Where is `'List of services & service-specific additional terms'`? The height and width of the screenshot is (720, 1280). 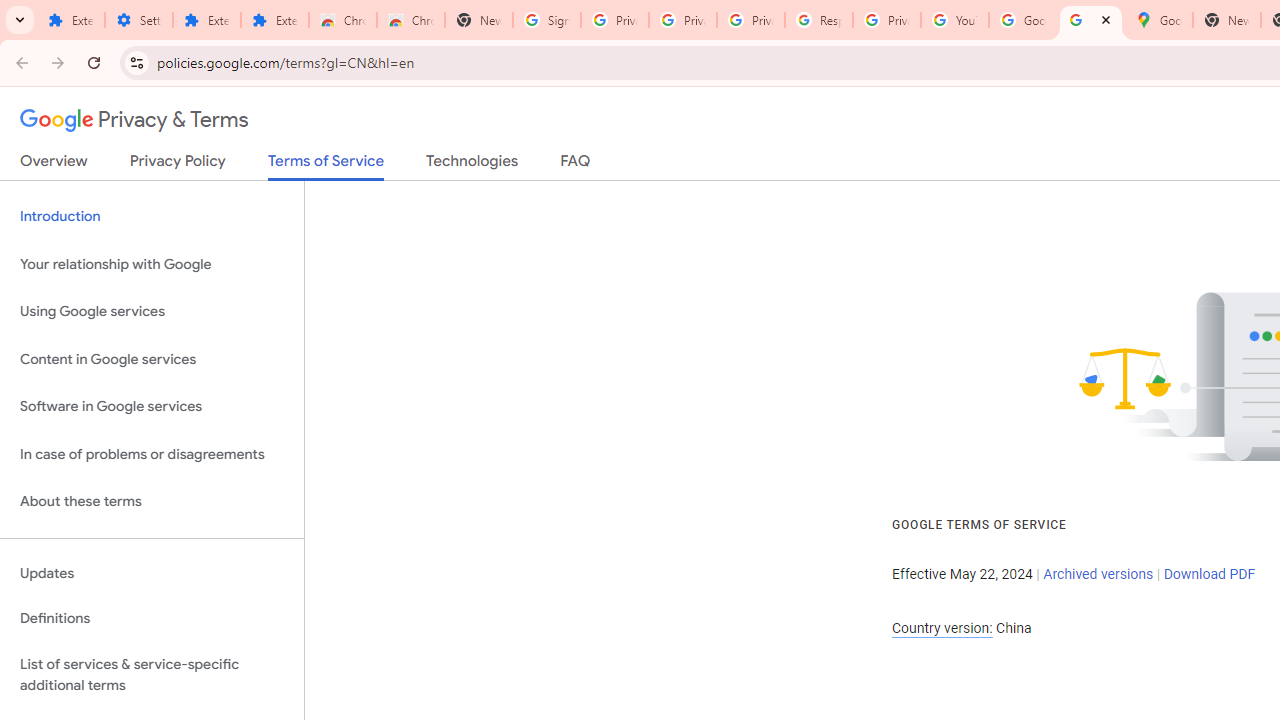
'List of services & service-specific additional terms' is located at coordinates (151, 675).